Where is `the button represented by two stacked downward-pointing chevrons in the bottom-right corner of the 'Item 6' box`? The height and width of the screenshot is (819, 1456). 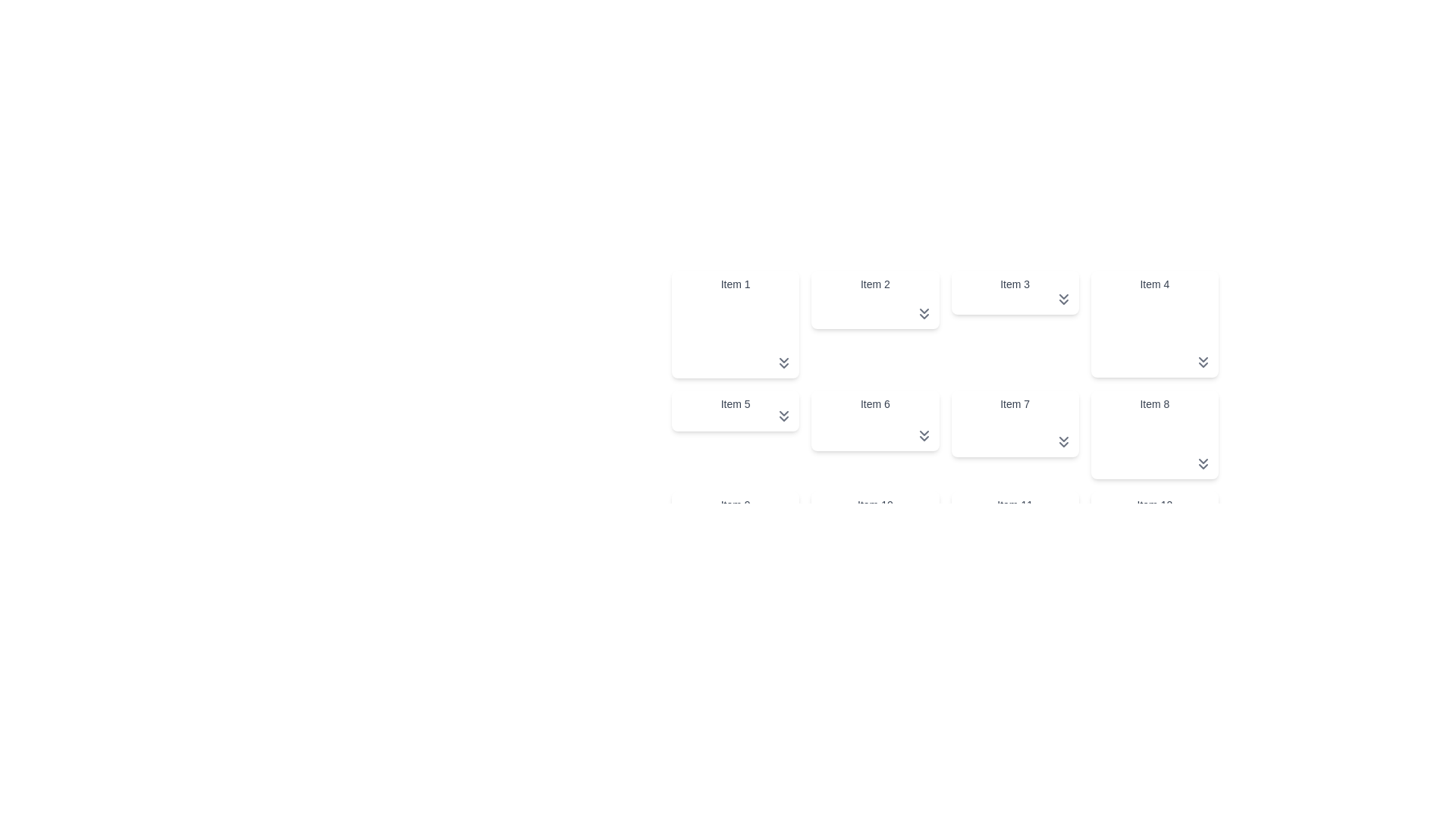 the button represented by two stacked downward-pointing chevrons in the bottom-right corner of the 'Item 6' box is located at coordinates (923, 436).